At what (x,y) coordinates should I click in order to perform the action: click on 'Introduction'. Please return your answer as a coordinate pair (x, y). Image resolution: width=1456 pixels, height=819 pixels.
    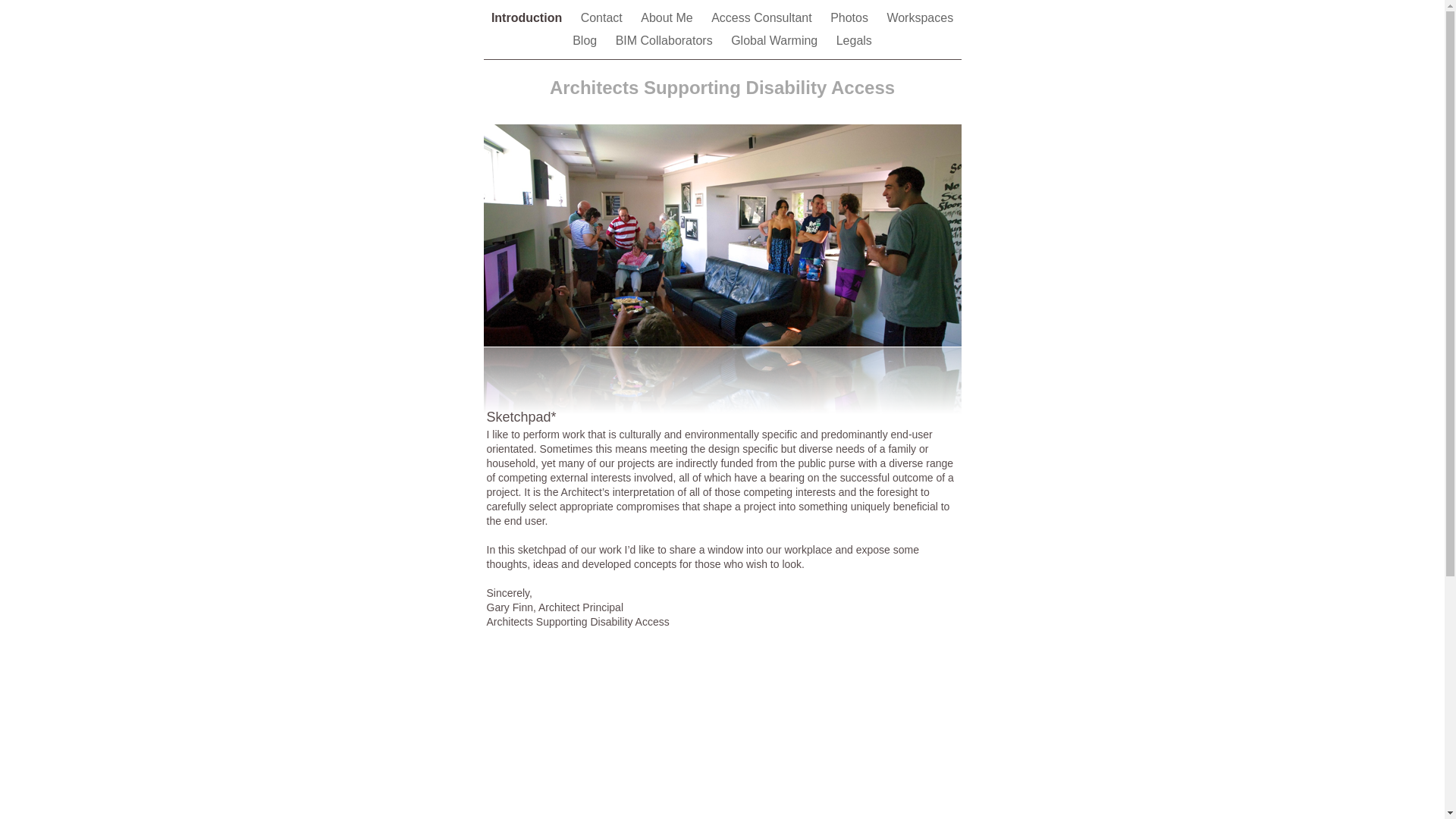
    Looking at the image, I should click on (528, 17).